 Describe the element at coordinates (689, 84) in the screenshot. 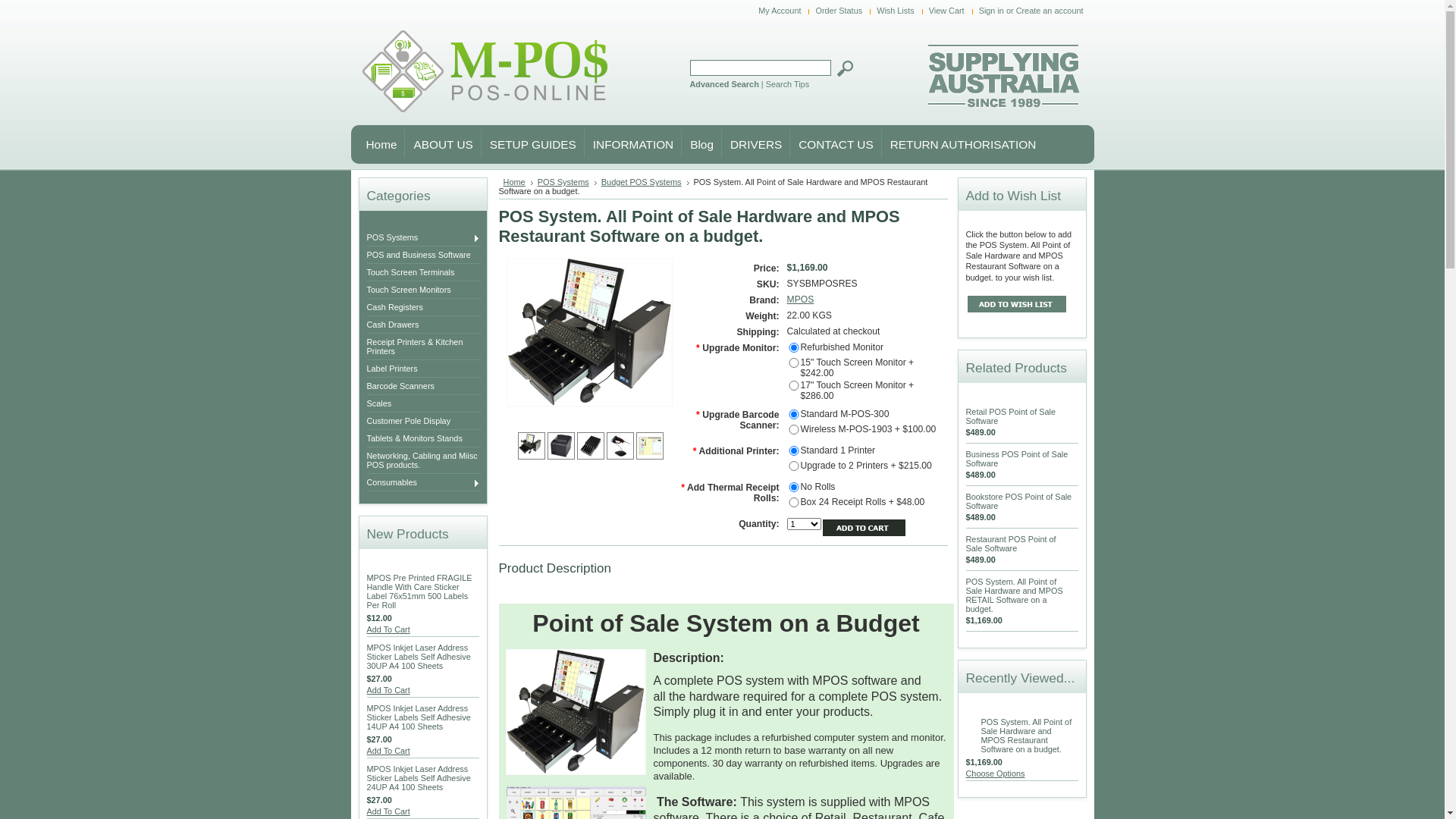

I see `'Advanced Search'` at that location.